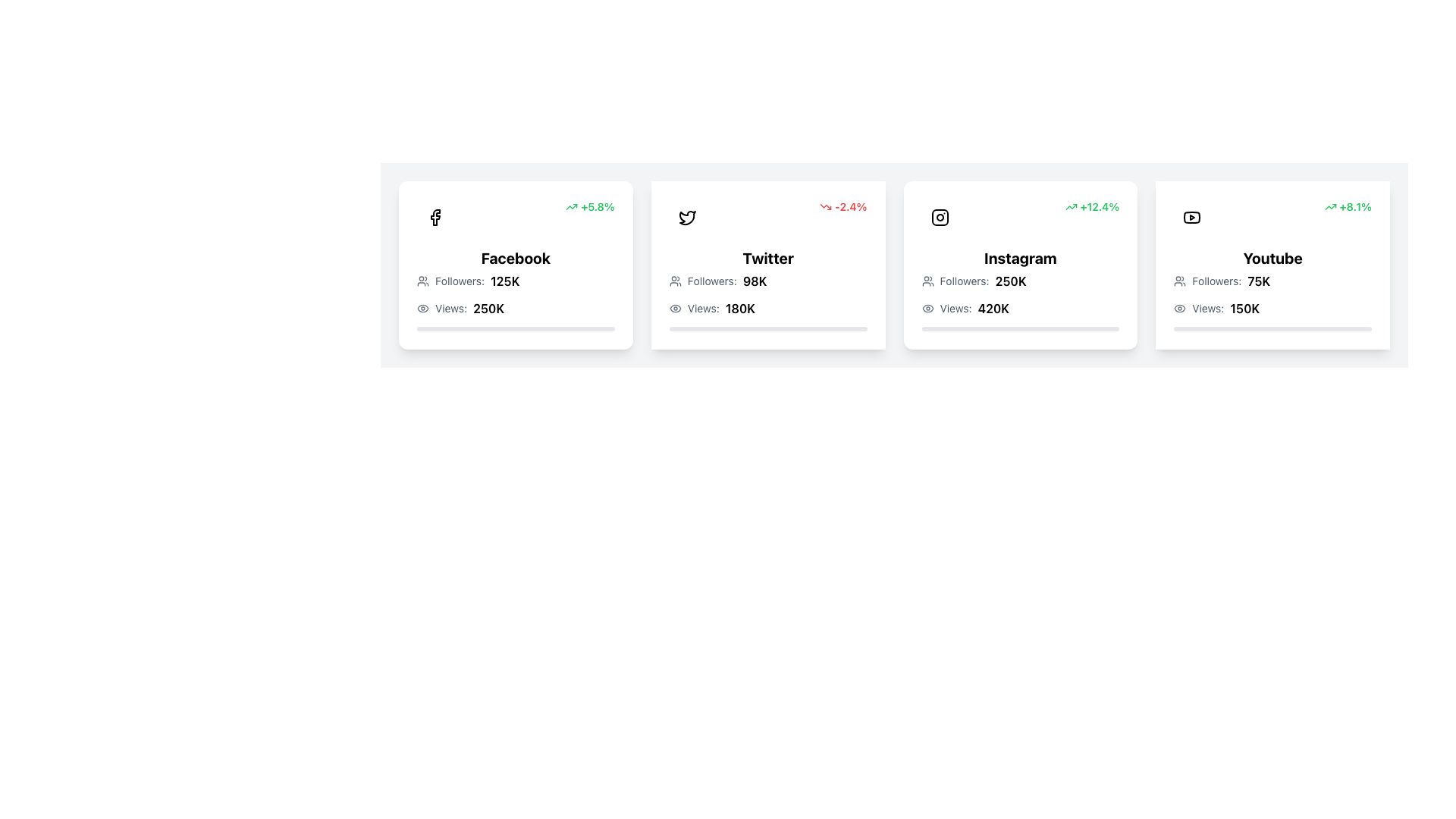 This screenshot has height=819, width=1456. I want to click on the positive trend icon located at the top-right corner of the 'Facebook' card, which is positioned directly left of the green text '+5.8%', so click(571, 207).